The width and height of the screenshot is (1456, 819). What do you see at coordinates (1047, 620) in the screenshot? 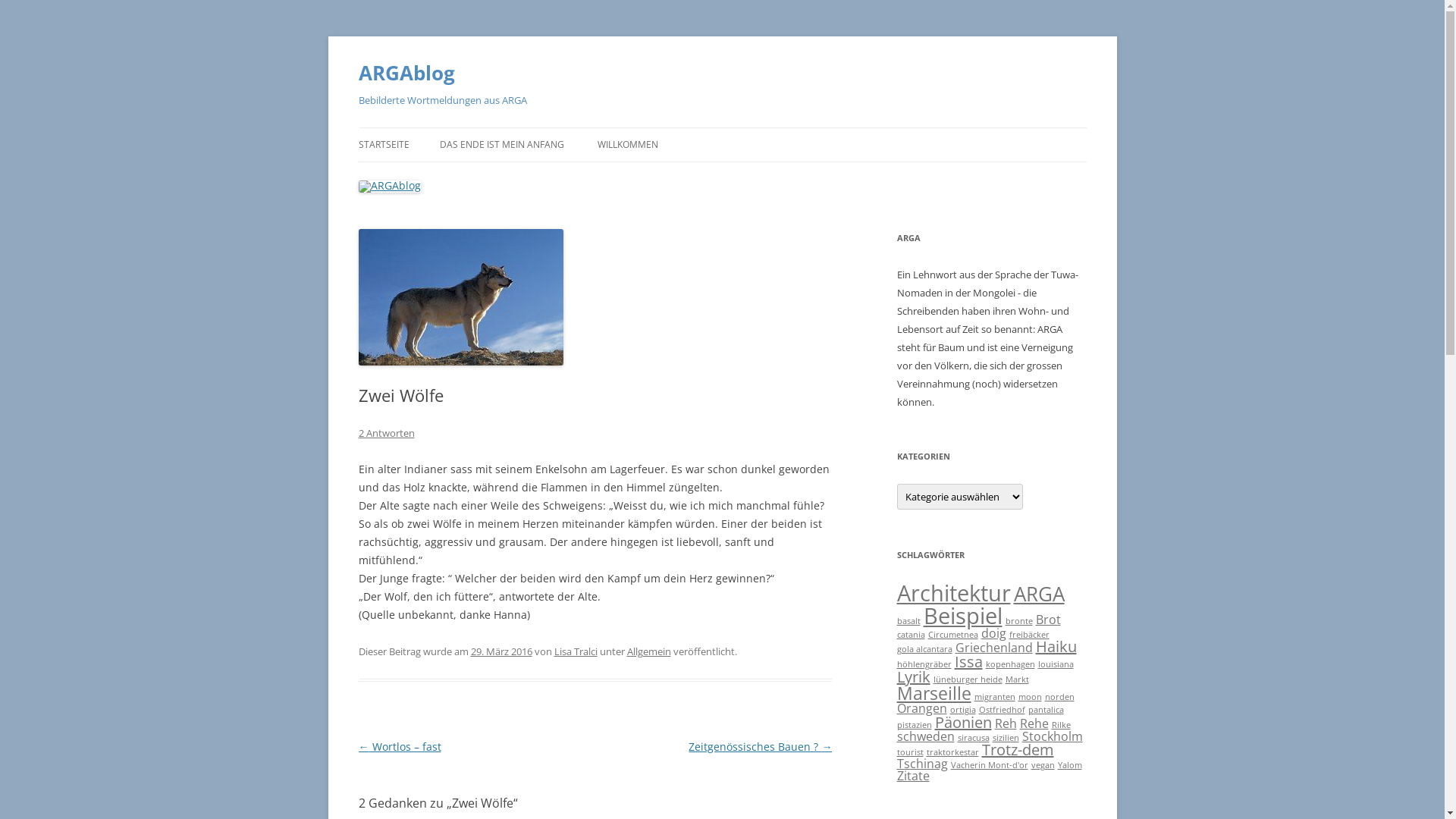
I see `'Brot'` at bounding box center [1047, 620].